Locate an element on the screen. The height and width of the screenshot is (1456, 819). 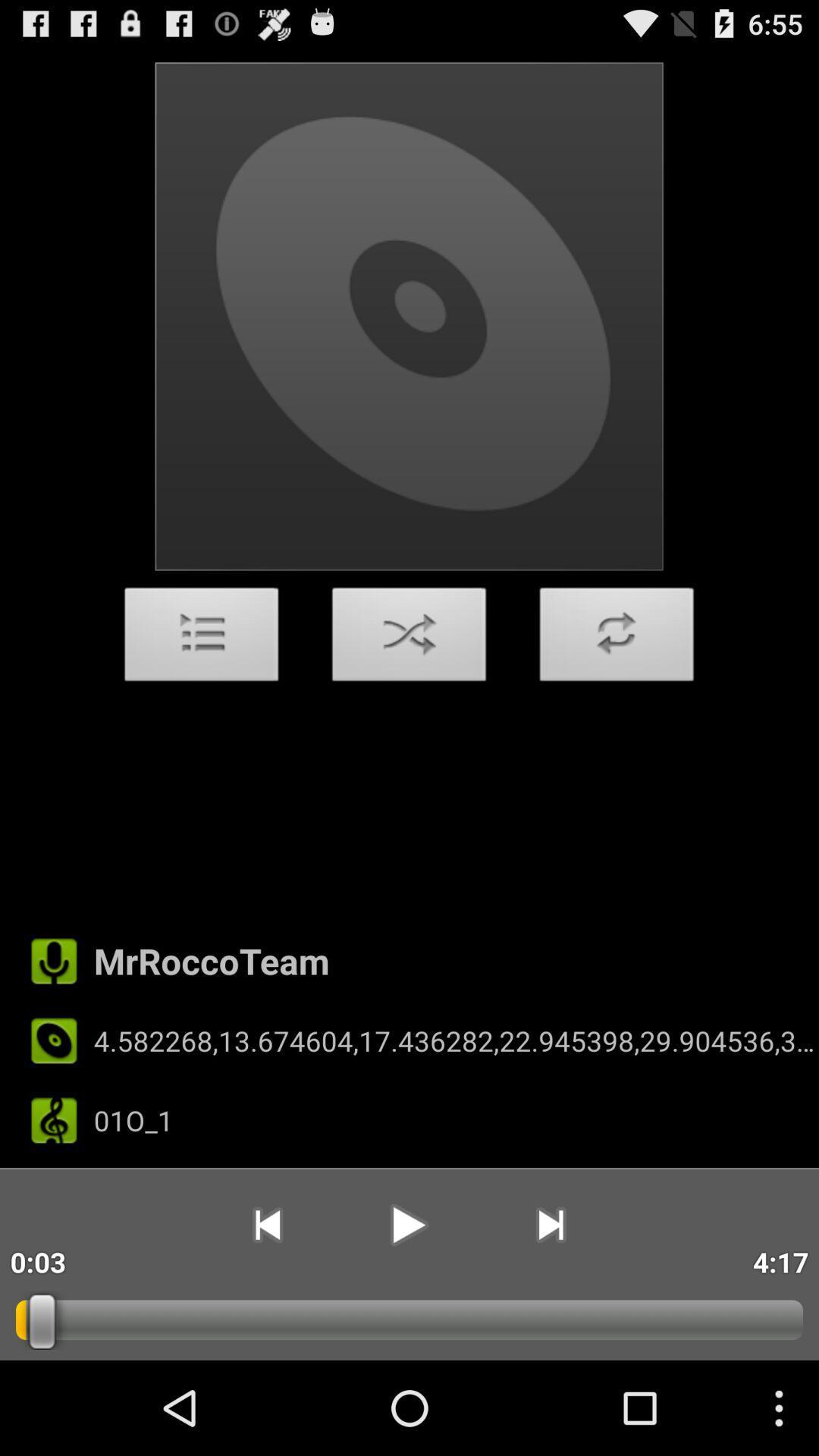
the skip_next icon is located at coordinates (551, 1310).